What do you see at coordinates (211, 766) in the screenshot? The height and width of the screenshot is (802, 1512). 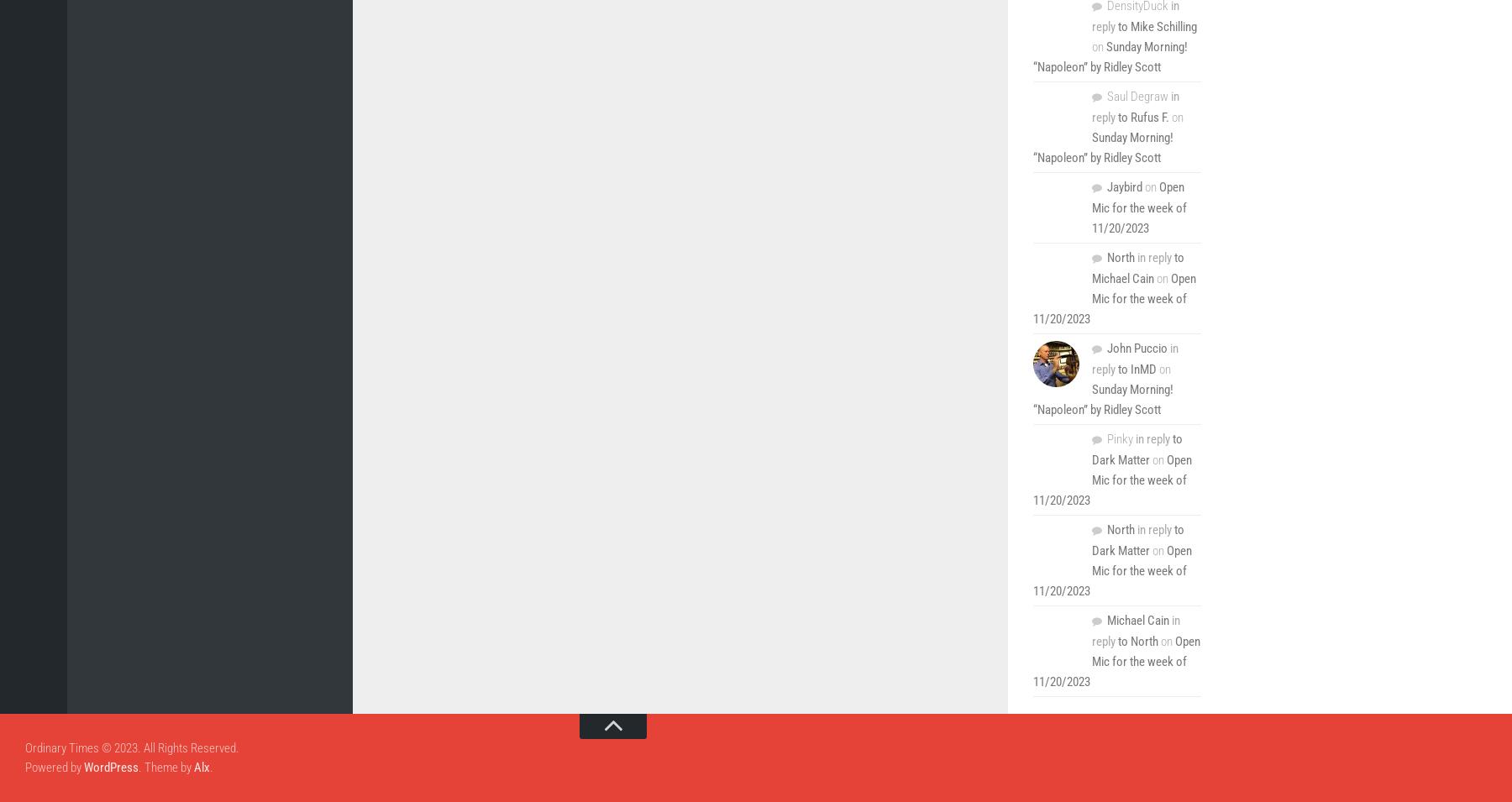 I see `'.'` at bounding box center [211, 766].